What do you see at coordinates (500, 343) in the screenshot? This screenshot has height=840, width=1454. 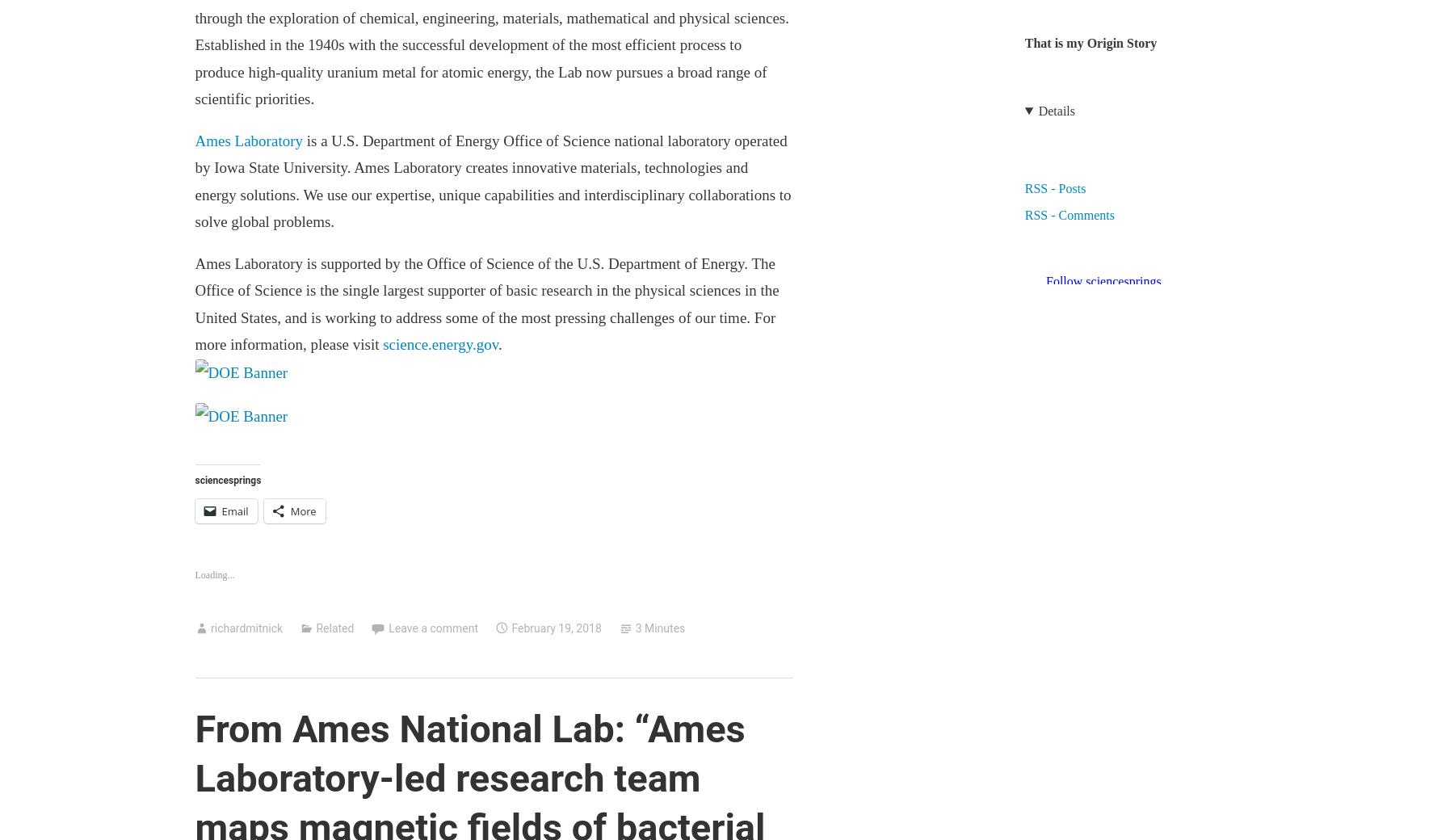 I see `'.'` at bounding box center [500, 343].